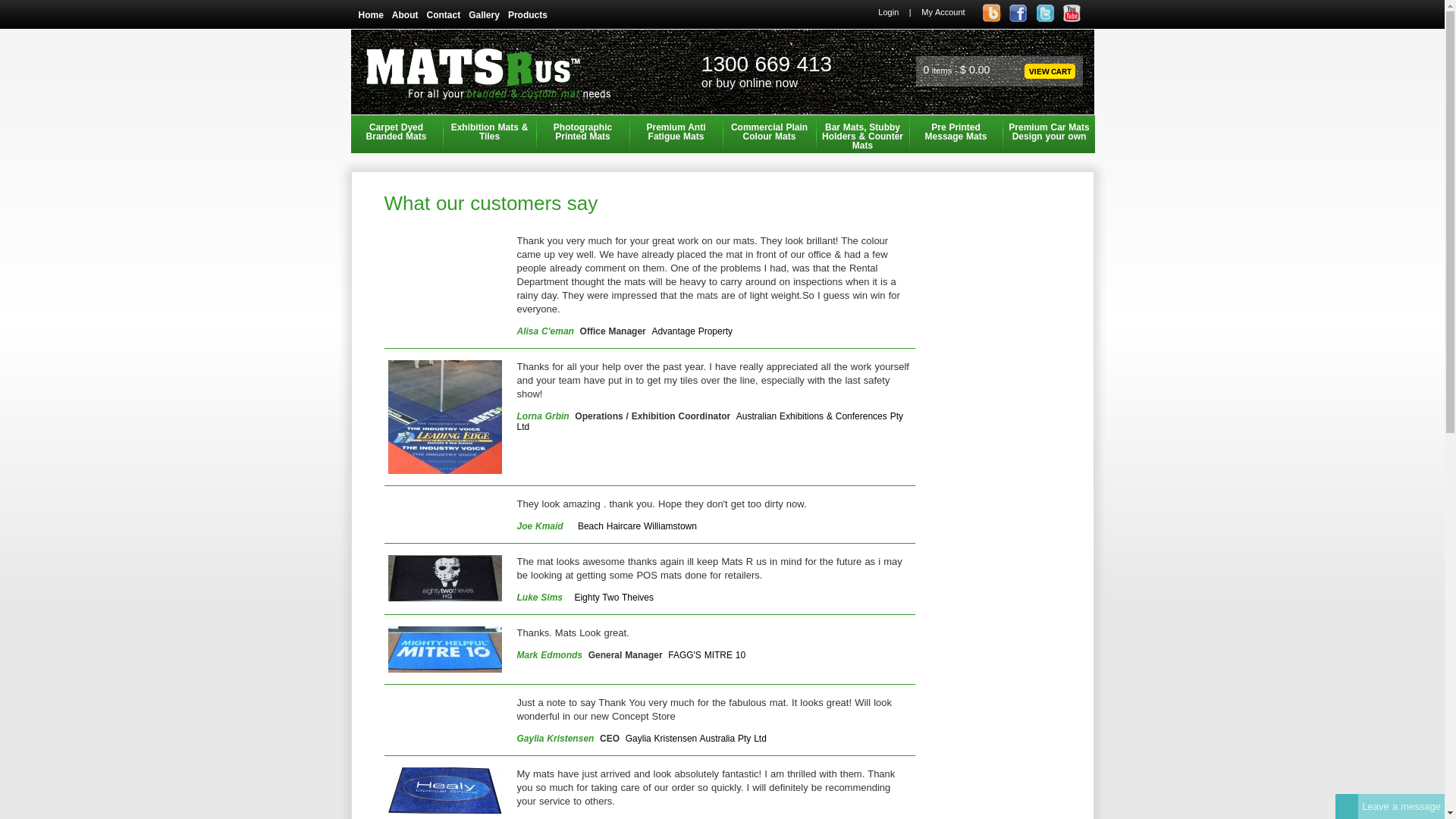 This screenshot has height=819, width=1456. What do you see at coordinates (954, 133) in the screenshot?
I see `'Pre Printed Message Mats'` at bounding box center [954, 133].